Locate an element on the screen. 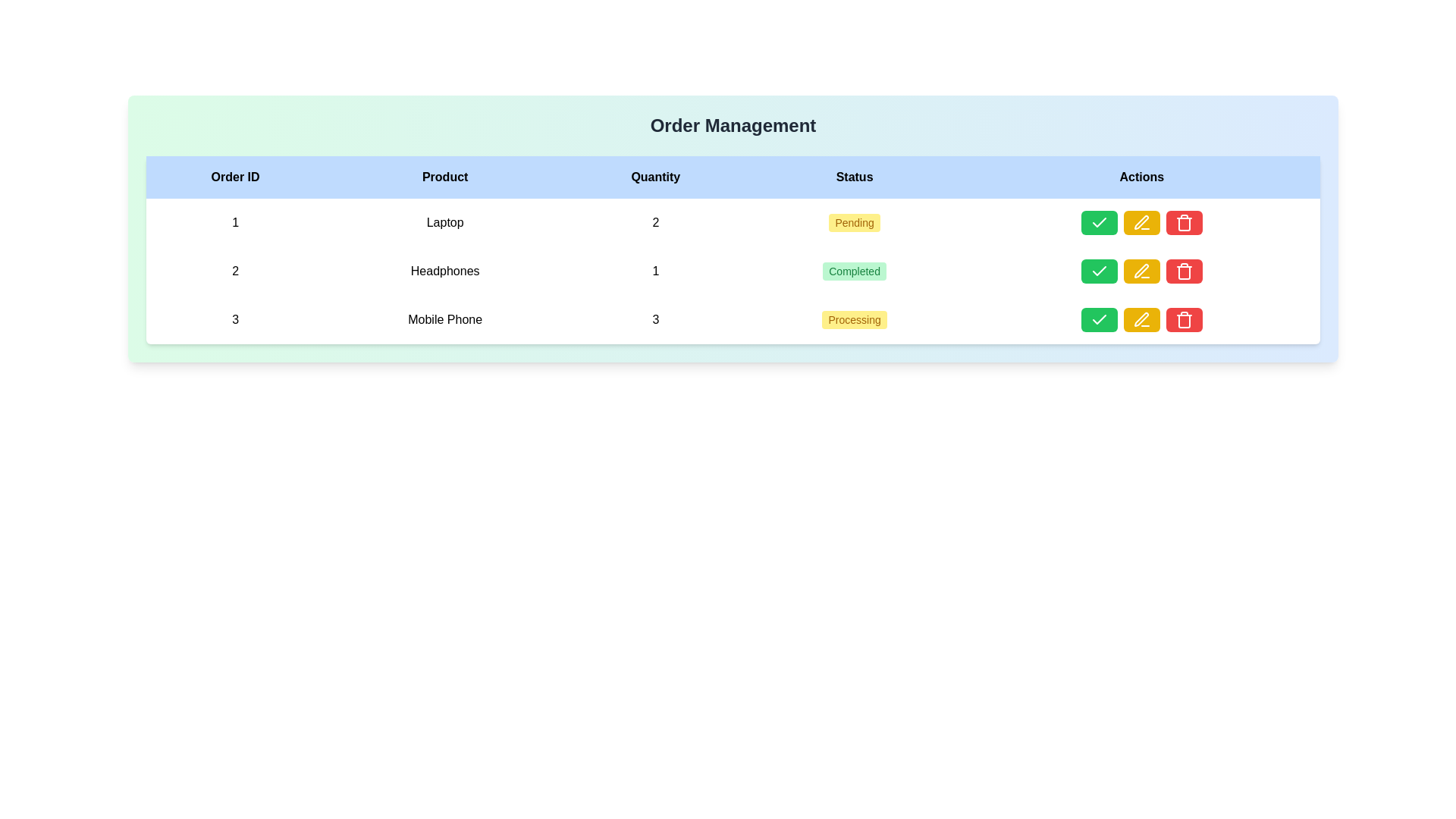  the edit button (pencil icon) in the Actions column of the second row for the product 'Headphones' is located at coordinates (1141, 271).